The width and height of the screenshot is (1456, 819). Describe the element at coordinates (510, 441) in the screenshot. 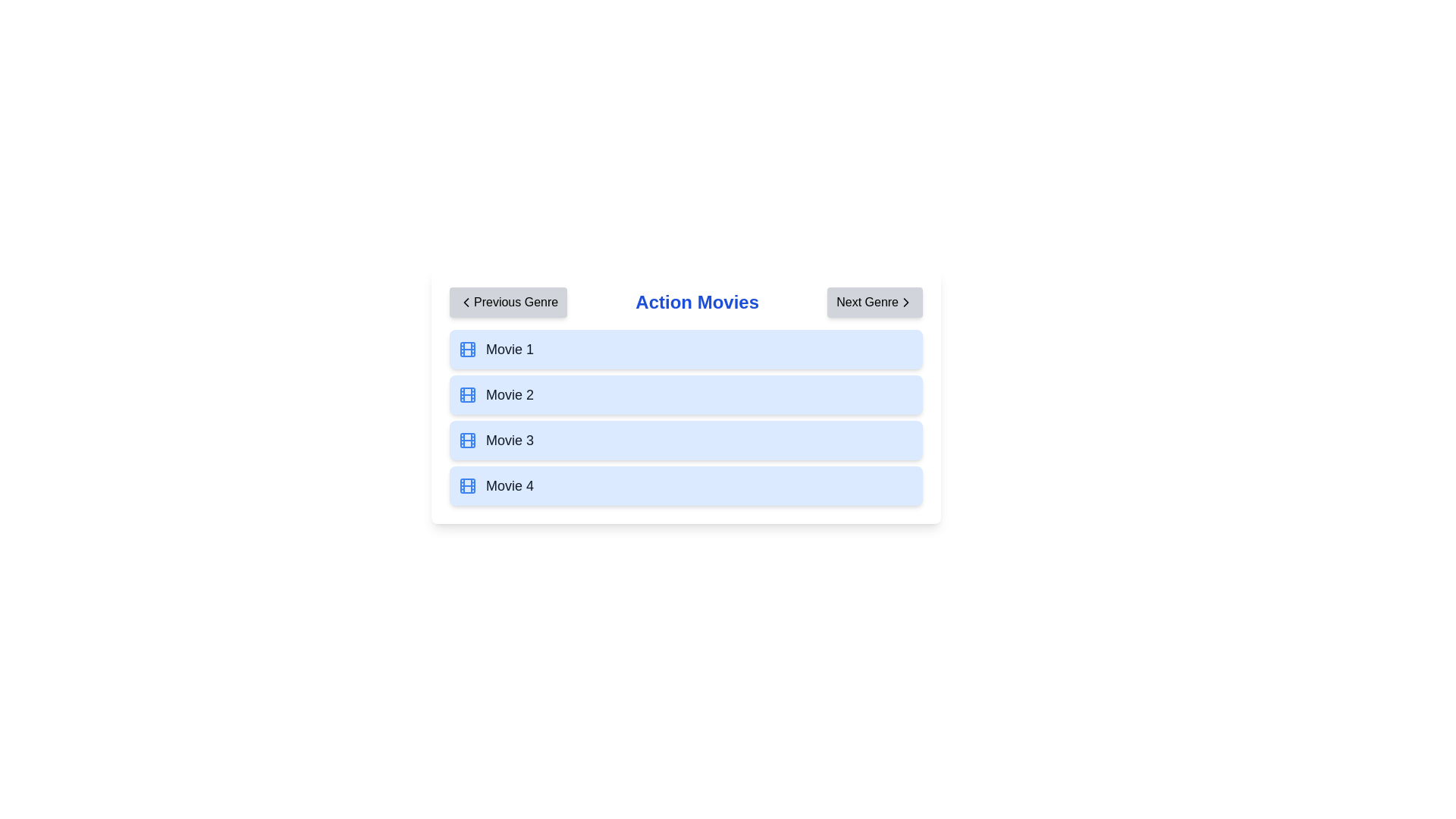

I see `the text label 'Movie 3', which is styled with a large-sized font in medium weight, dark gray color, and is located within a rounded panel under the 'Action Movies' heading` at that location.